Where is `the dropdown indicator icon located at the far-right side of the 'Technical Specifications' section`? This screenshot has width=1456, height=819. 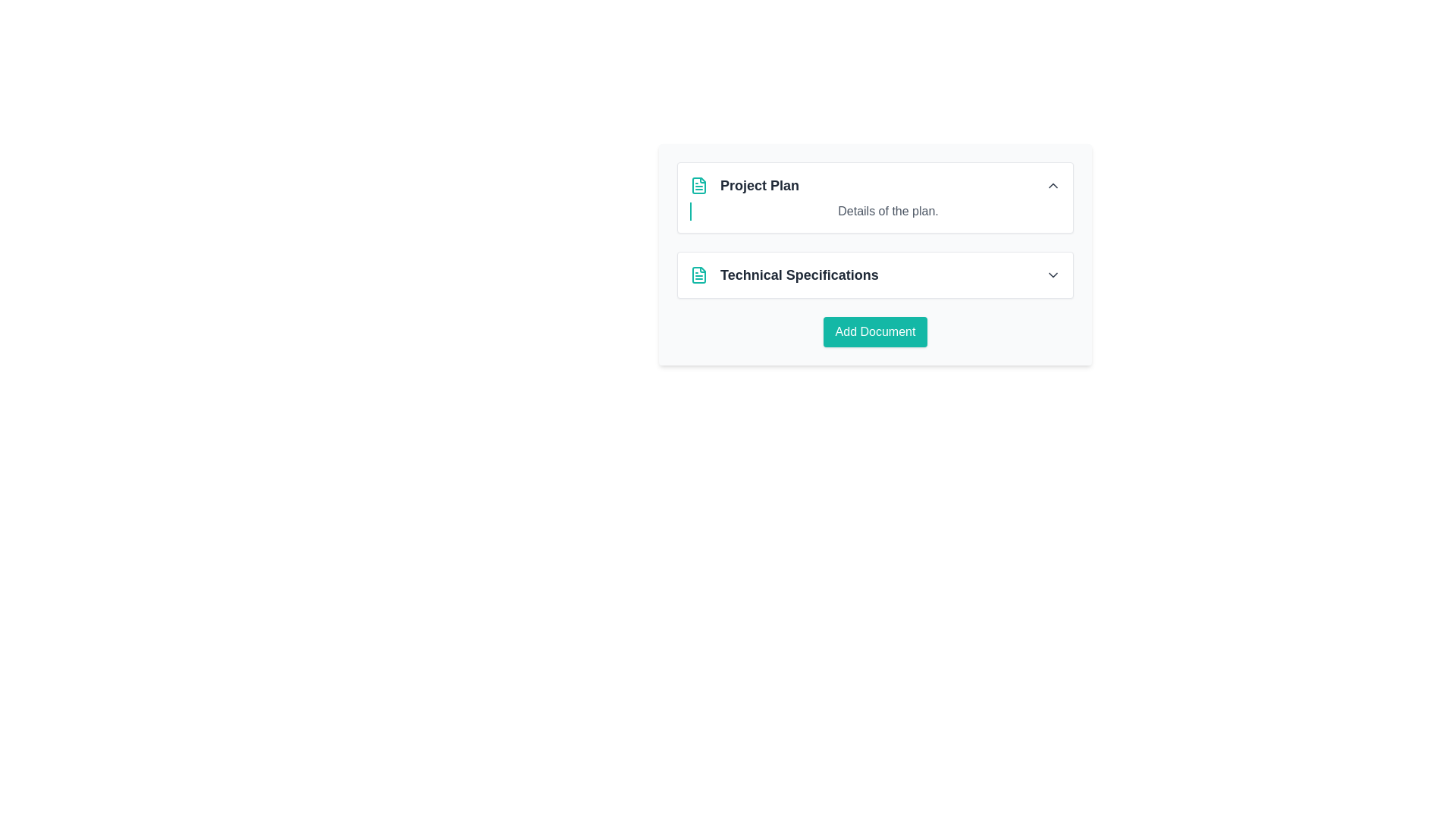
the dropdown indicator icon located at the far-right side of the 'Technical Specifications' section is located at coordinates (1052, 275).